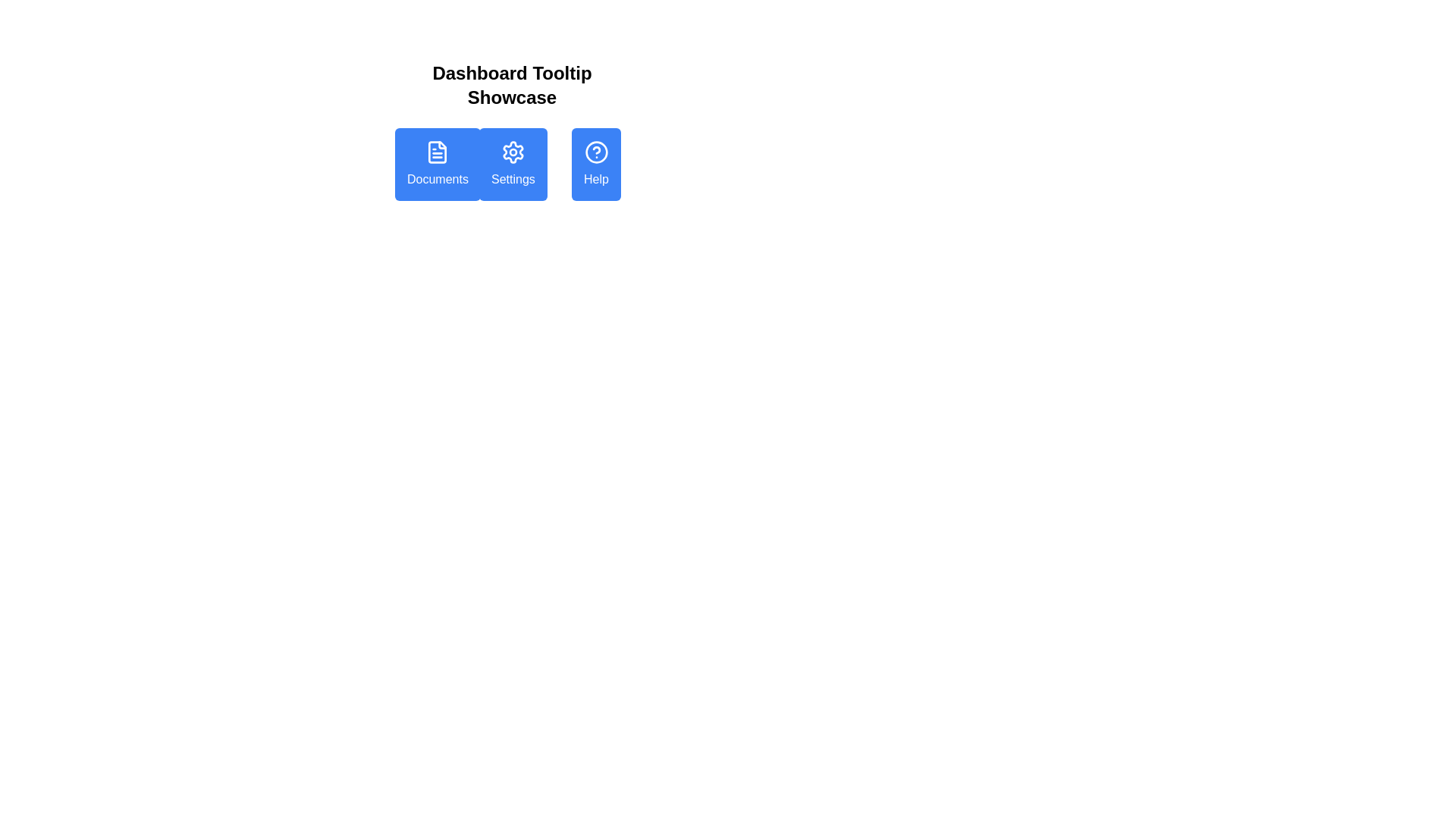 The height and width of the screenshot is (819, 1456). I want to click on the 'Documents' button by clicking on its icon, which is visually represented inside the blue rectangular button labeled 'Documents', so click(437, 152).